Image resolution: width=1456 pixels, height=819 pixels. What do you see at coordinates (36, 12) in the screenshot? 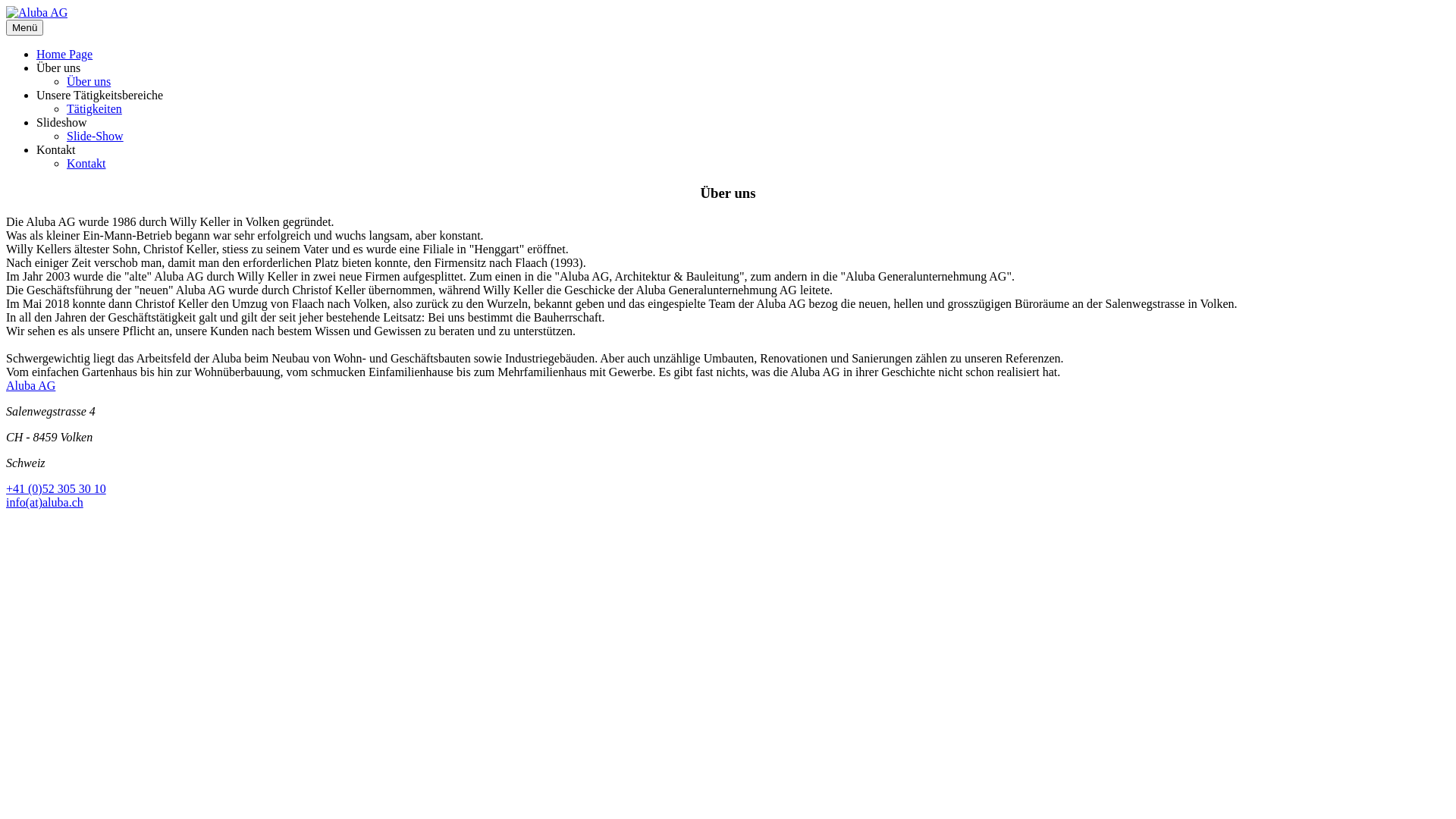
I see `'Aluba AG'` at bounding box center [36, 12].